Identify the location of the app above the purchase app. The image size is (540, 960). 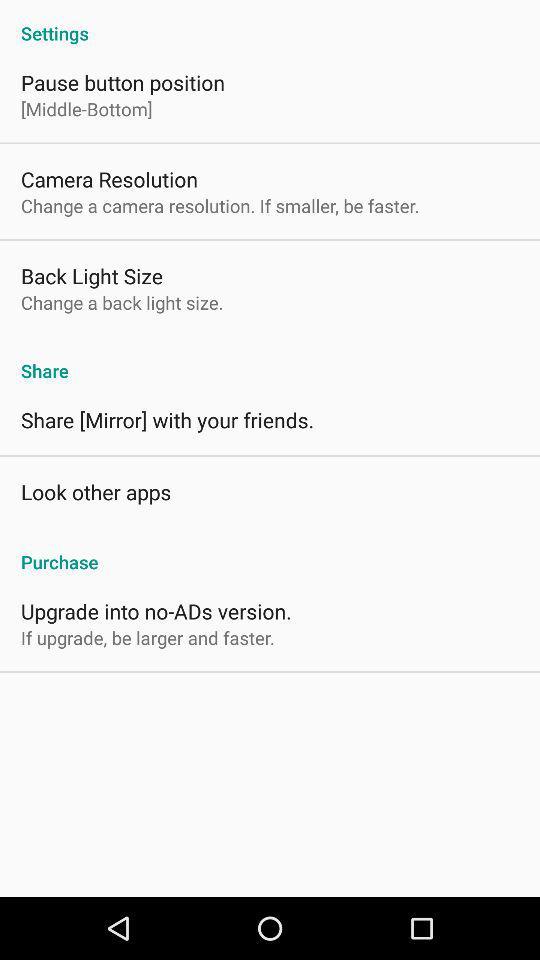
(95, 490).